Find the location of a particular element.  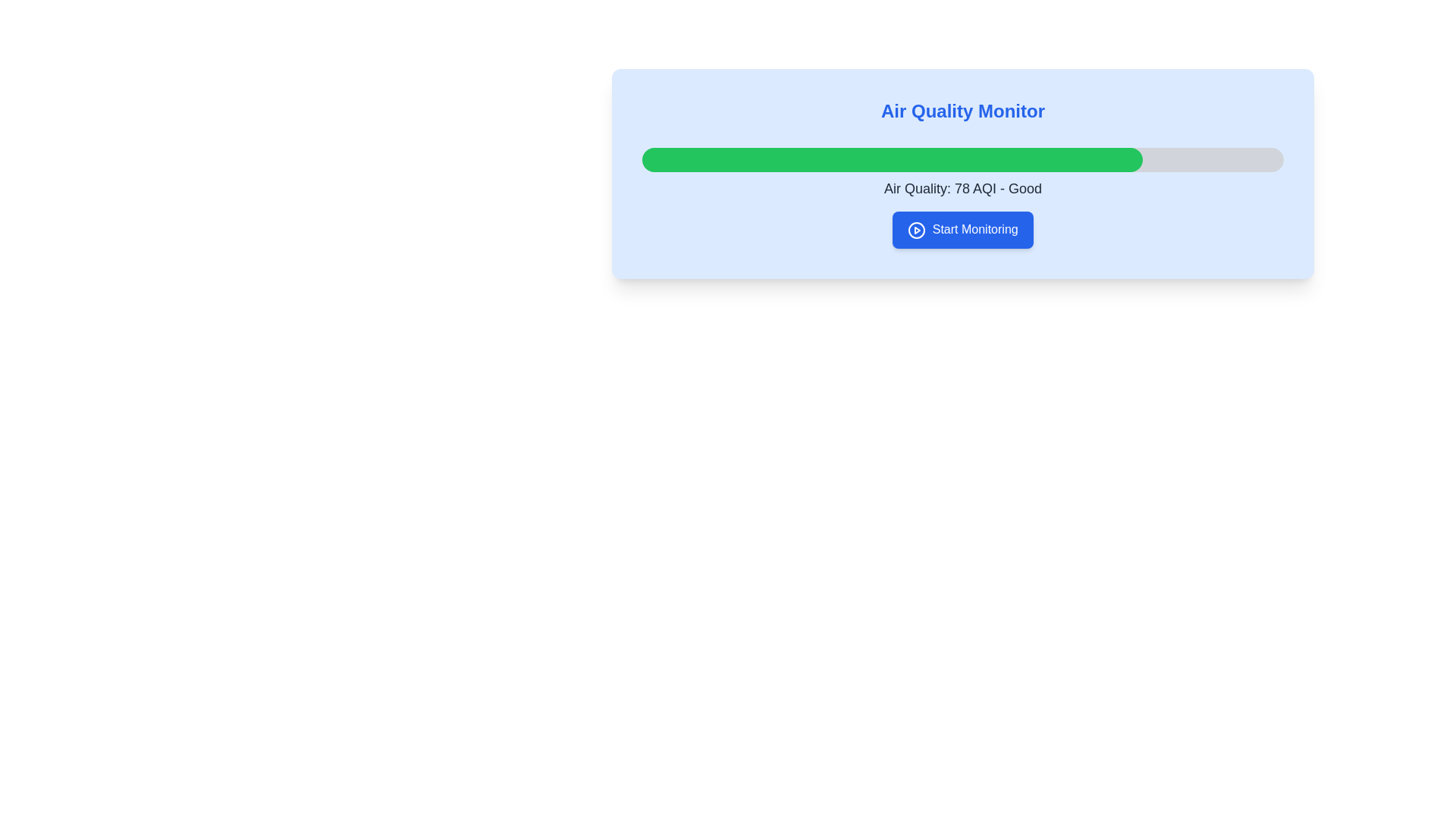

the Text Label that displays the air quality index (AQI) value and descriptor ('Good'), which is positioned below a green progress bar and above a 'Start Monitoring' button is located at coordinates (962, 188).